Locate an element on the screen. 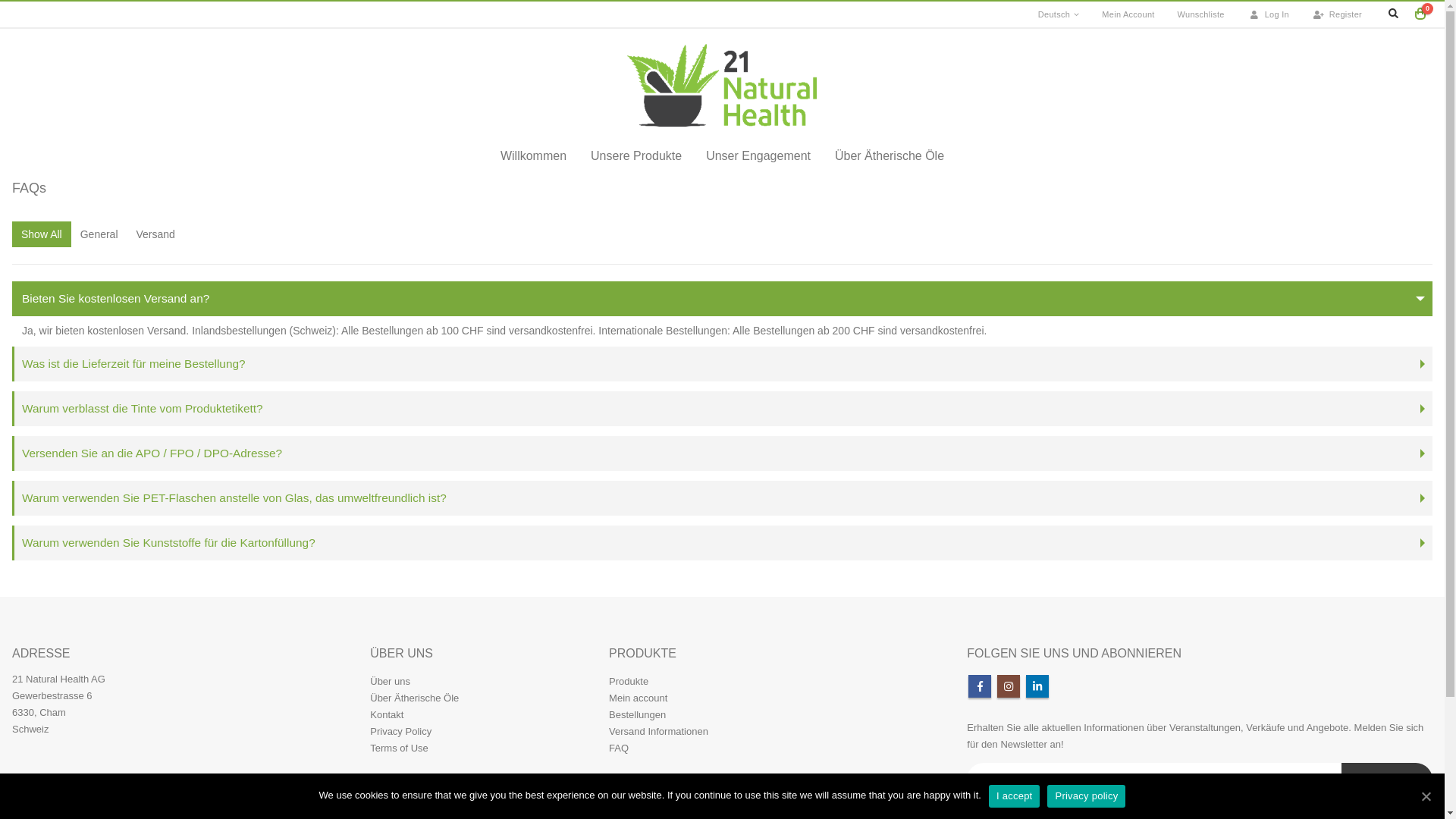 This screenshot has width=1456, height=819. 'Versand Informationen' is located at coordinates (658, 730).